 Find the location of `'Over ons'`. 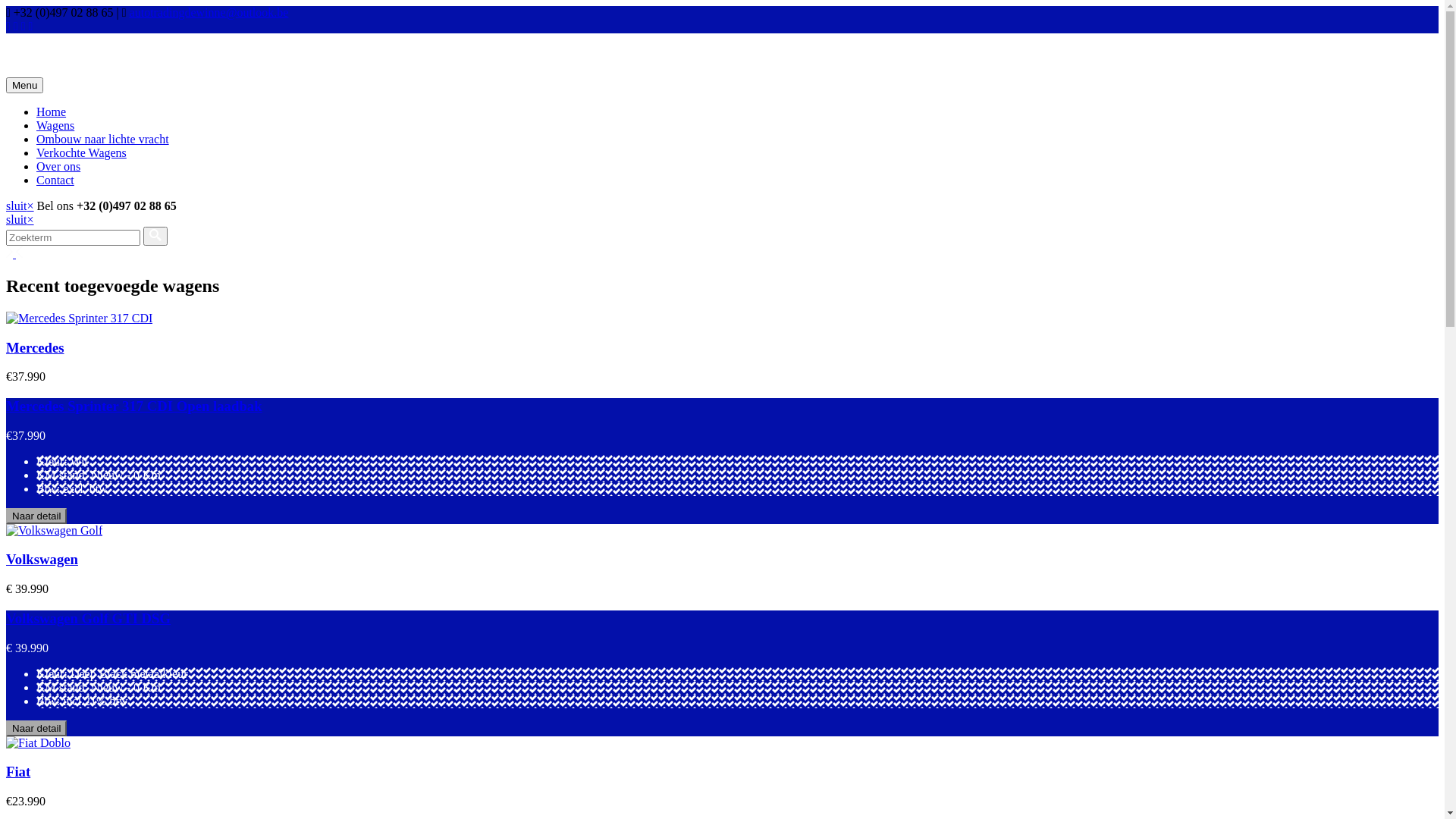

'Over ons' is located at coordinates (58, 166).